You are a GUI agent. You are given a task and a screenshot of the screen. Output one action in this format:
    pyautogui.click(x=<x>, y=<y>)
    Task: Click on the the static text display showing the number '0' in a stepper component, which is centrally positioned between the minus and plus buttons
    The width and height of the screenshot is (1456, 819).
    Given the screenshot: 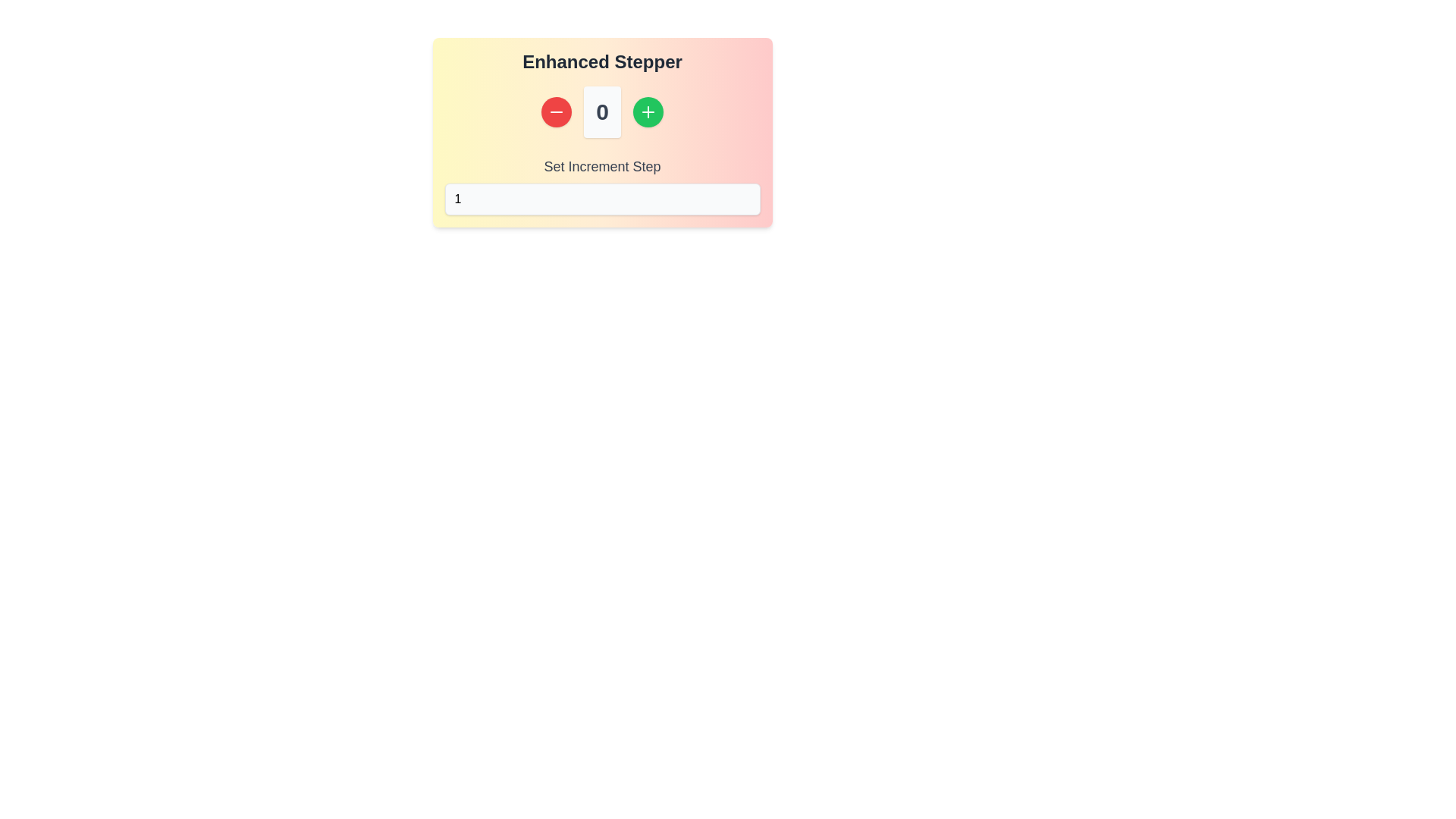 What is the action you would take?
    pyautogui.click(x=601, y=111)
    